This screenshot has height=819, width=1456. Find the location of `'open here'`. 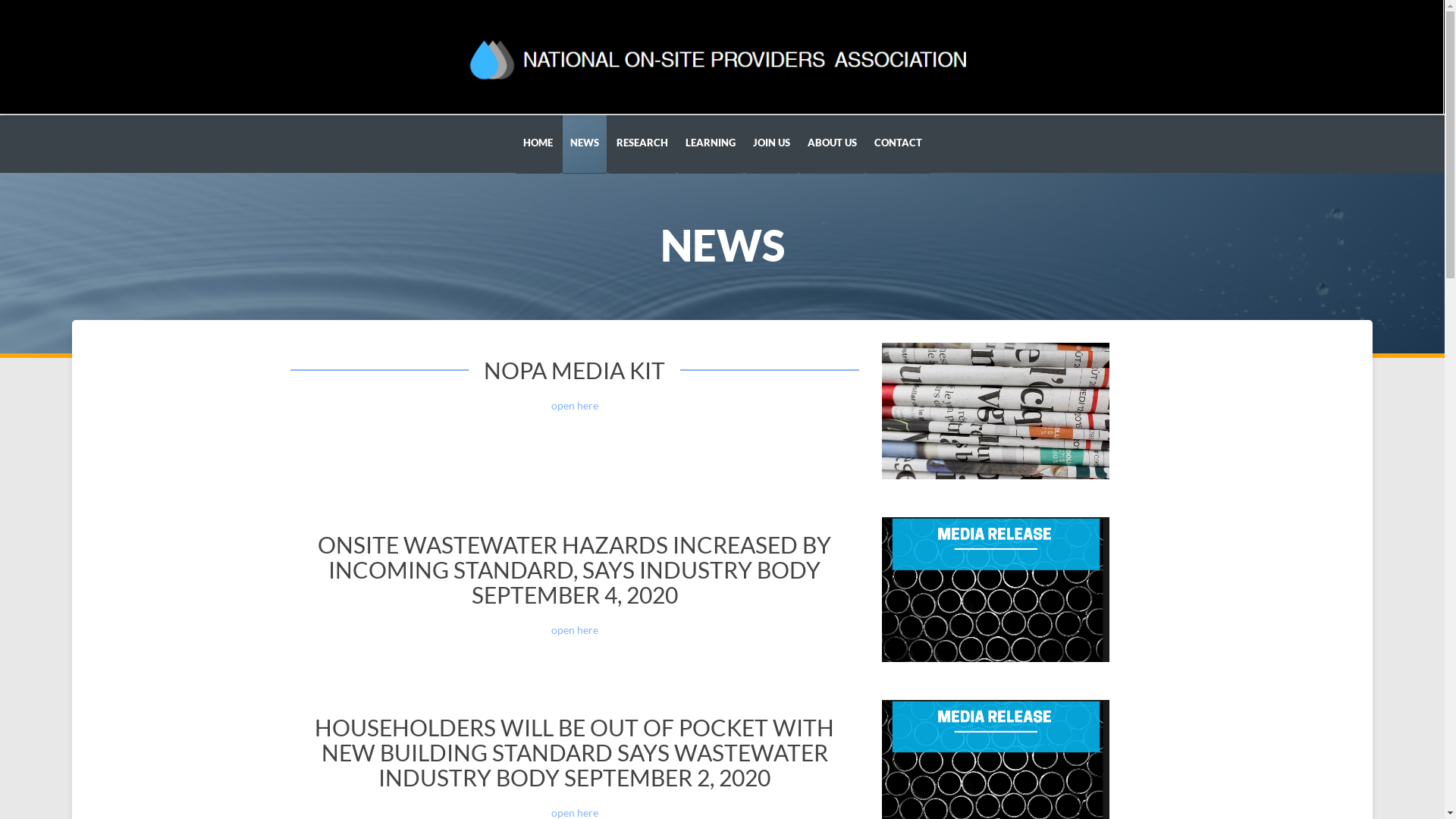

'open here' is located at coordinates (573, 629).